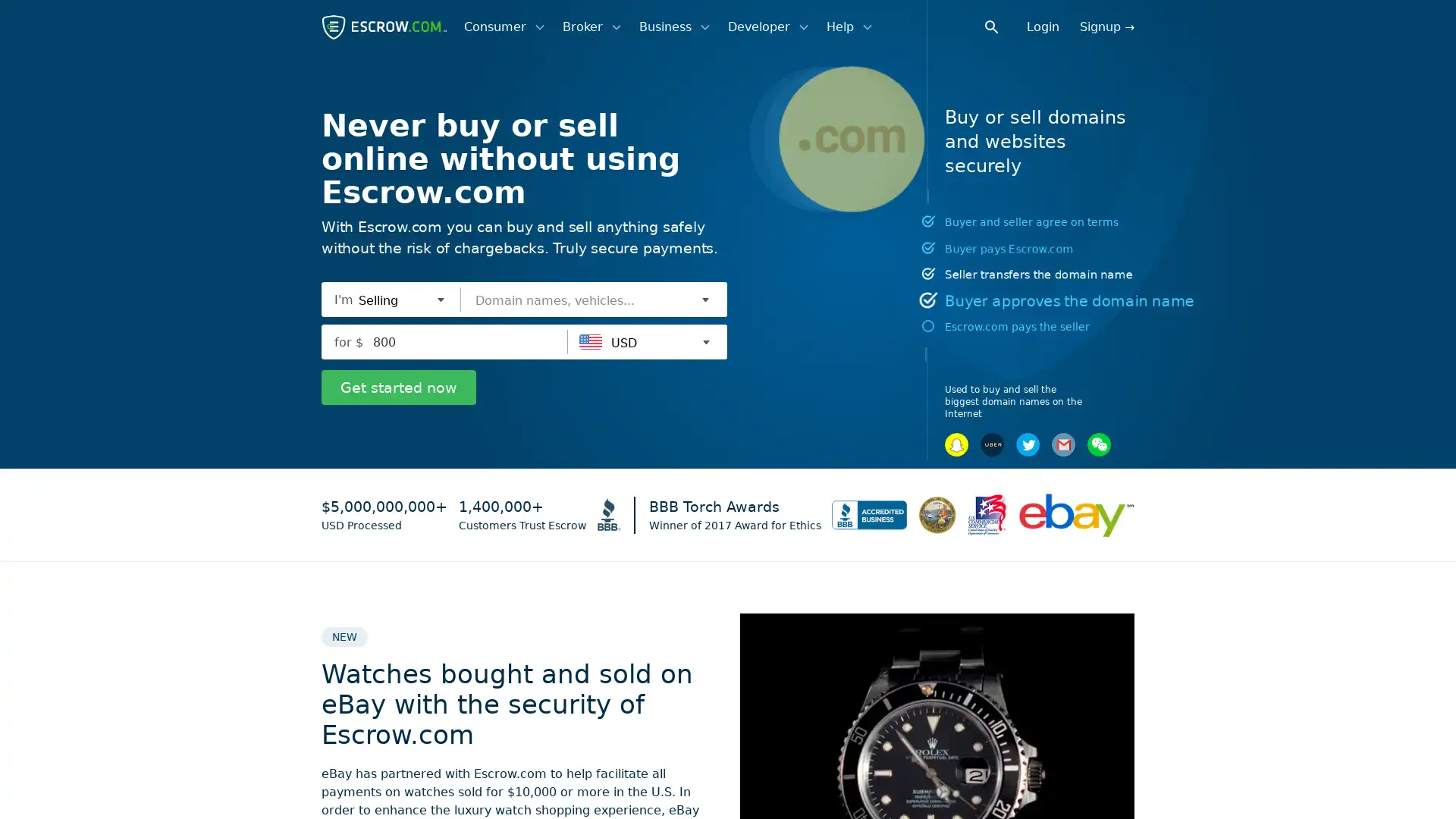 This screenshot has height=819, width=1456. Describe the element at coordinates (399, 386) in the screenshot. I see `Get started now` at that location.